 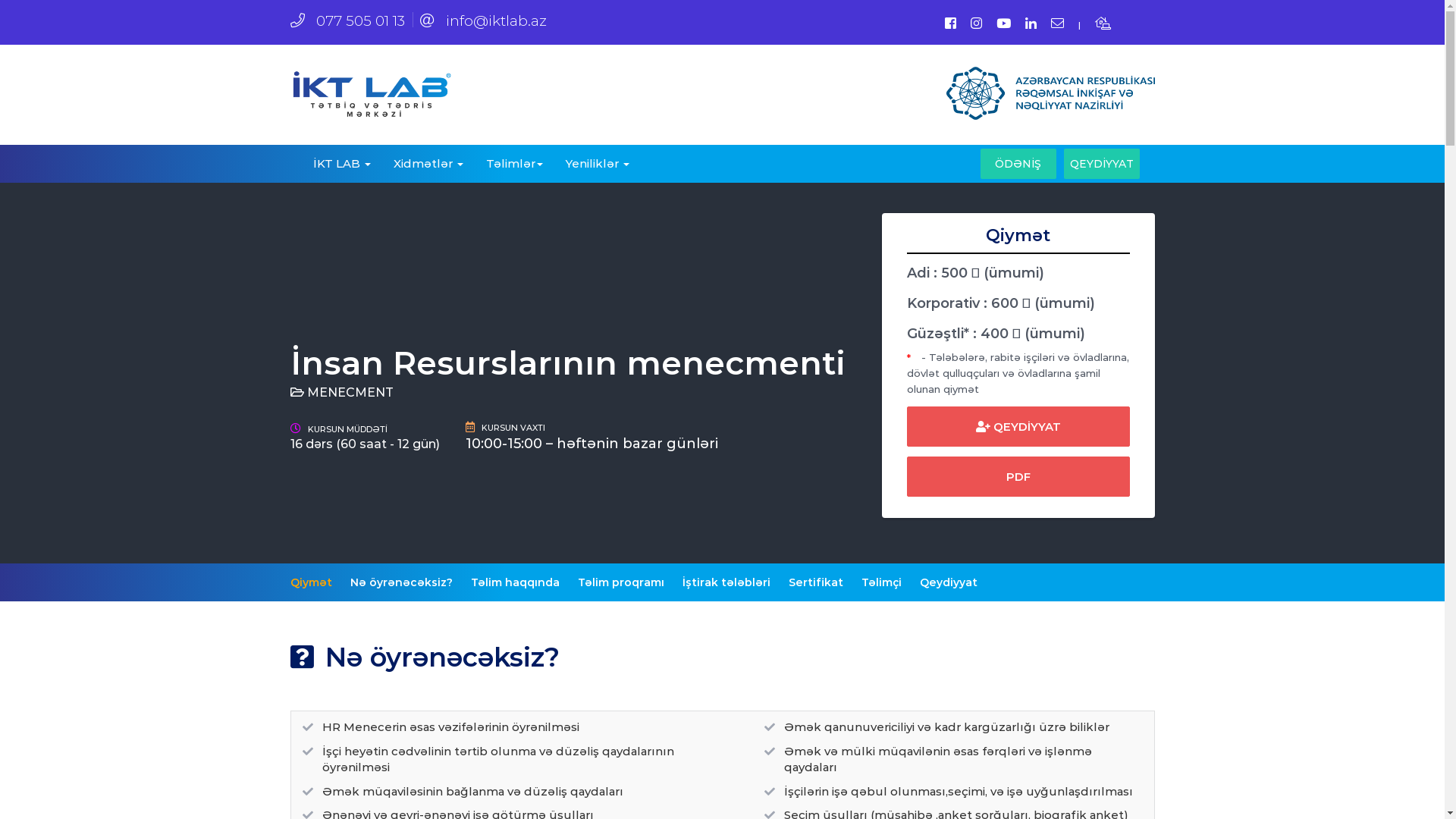 What do you see at coordinates (814, 581) in the screenshot?
I see `'Sertifikat'` at bounding box center [814, 581].